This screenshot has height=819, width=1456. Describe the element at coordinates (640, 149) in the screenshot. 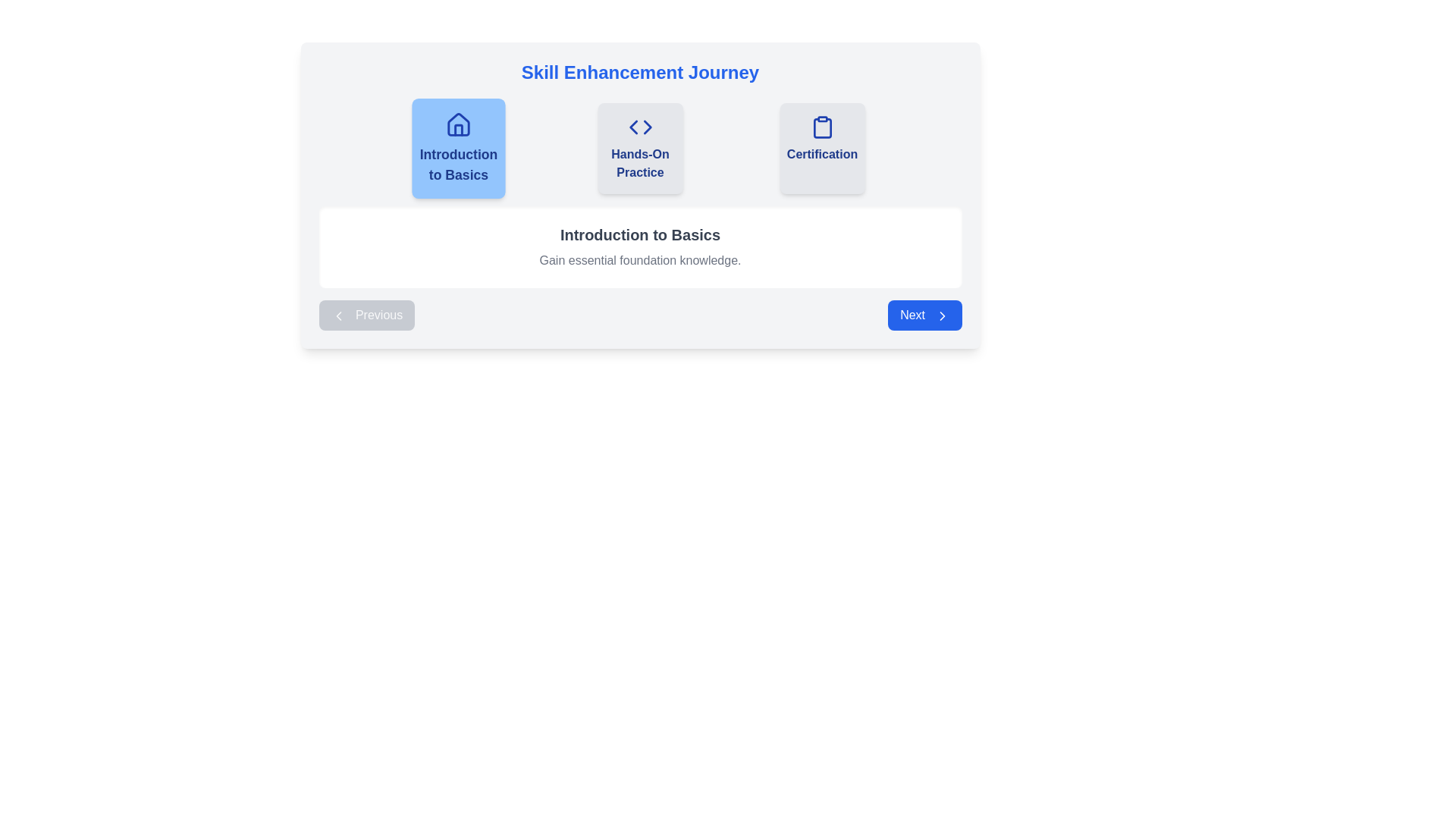

I see `the 'Hands-On Practice' button in the navigation hub` at that location.